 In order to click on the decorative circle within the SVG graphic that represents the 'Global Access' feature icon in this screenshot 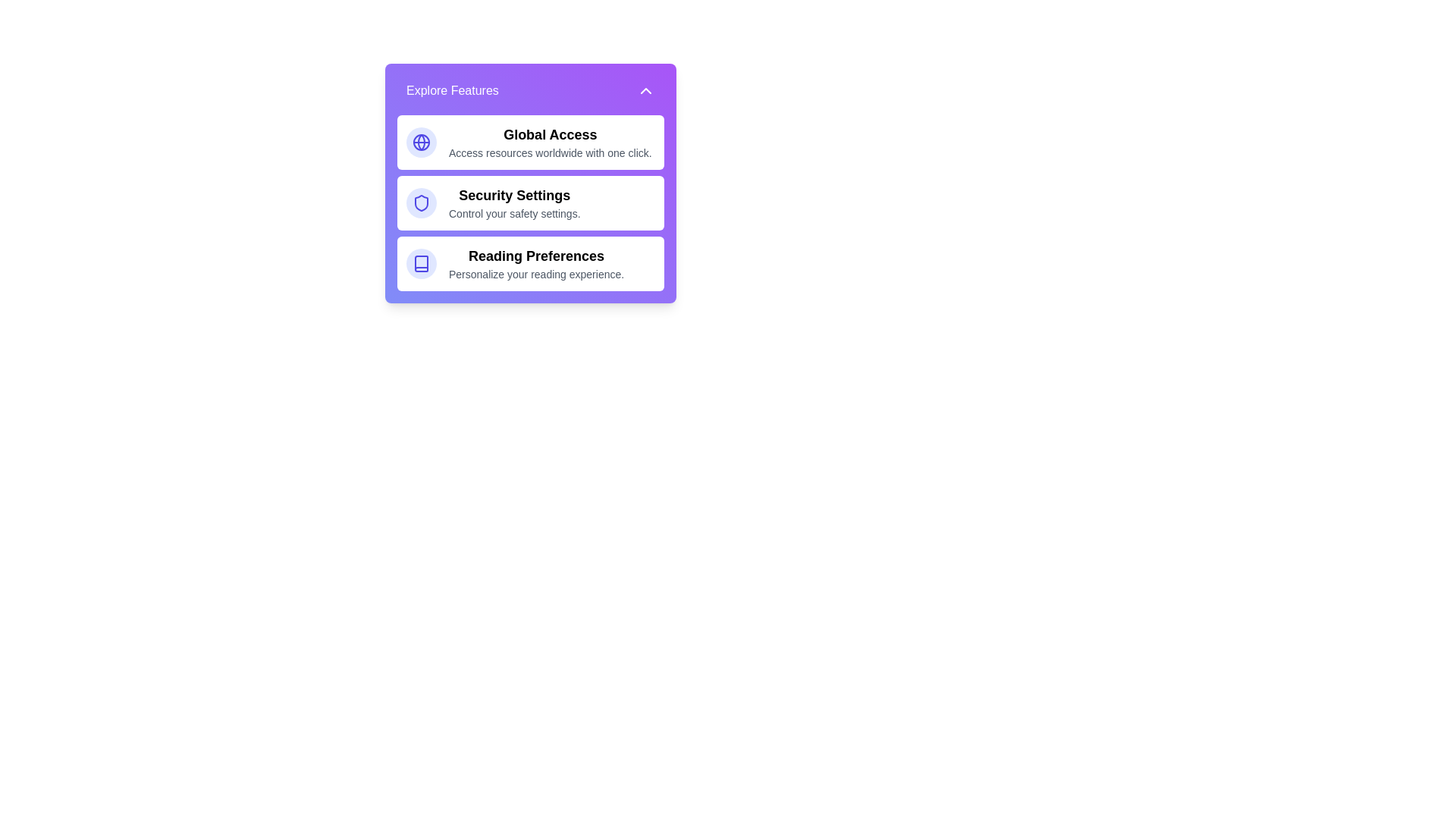, I will do `click(422, 143)`.